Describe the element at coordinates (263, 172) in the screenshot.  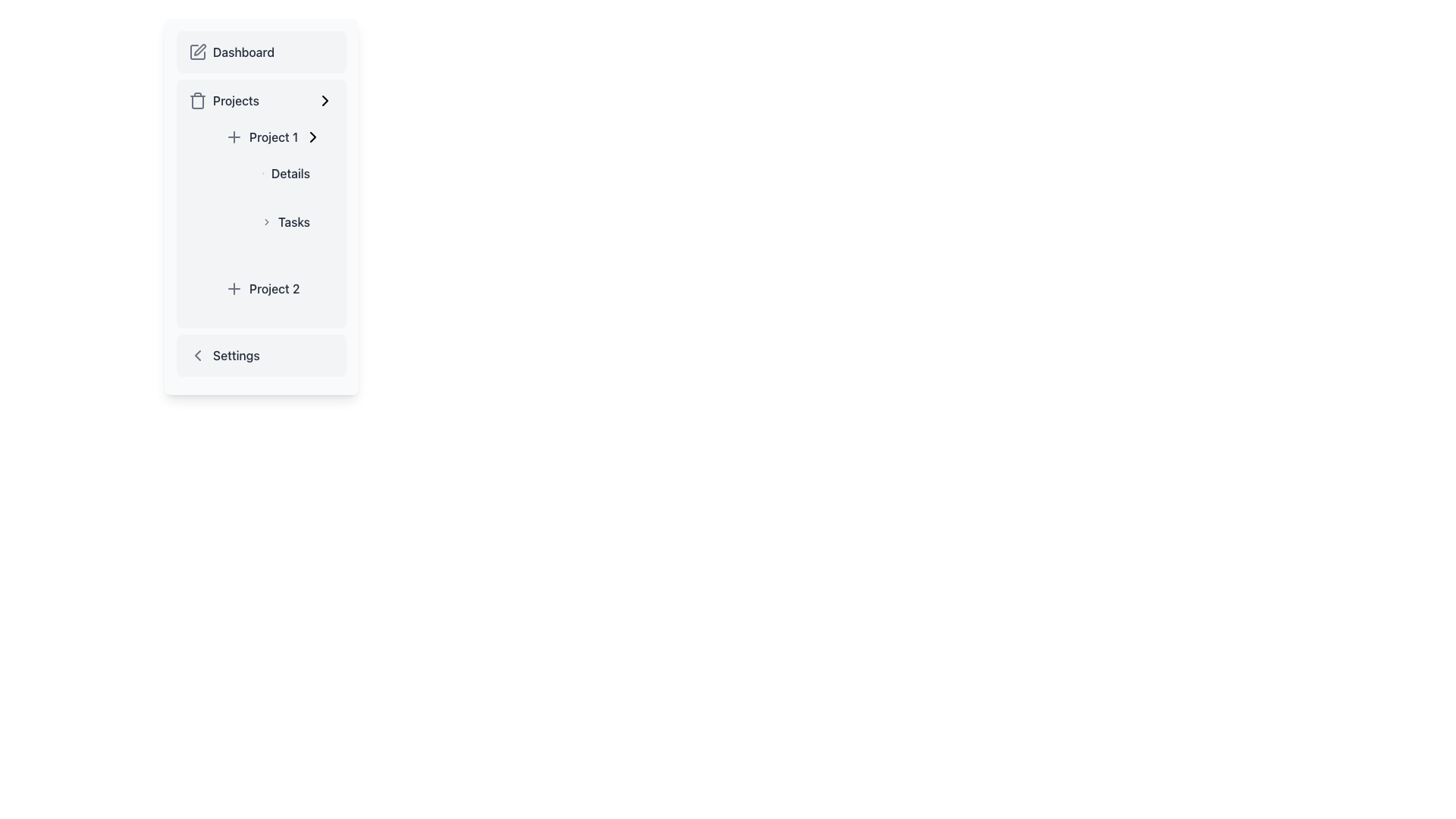
I see `the leftmost chevron/arrow icon that indicates showing or hiding related items in the row containing the text 'Details'` at that location.